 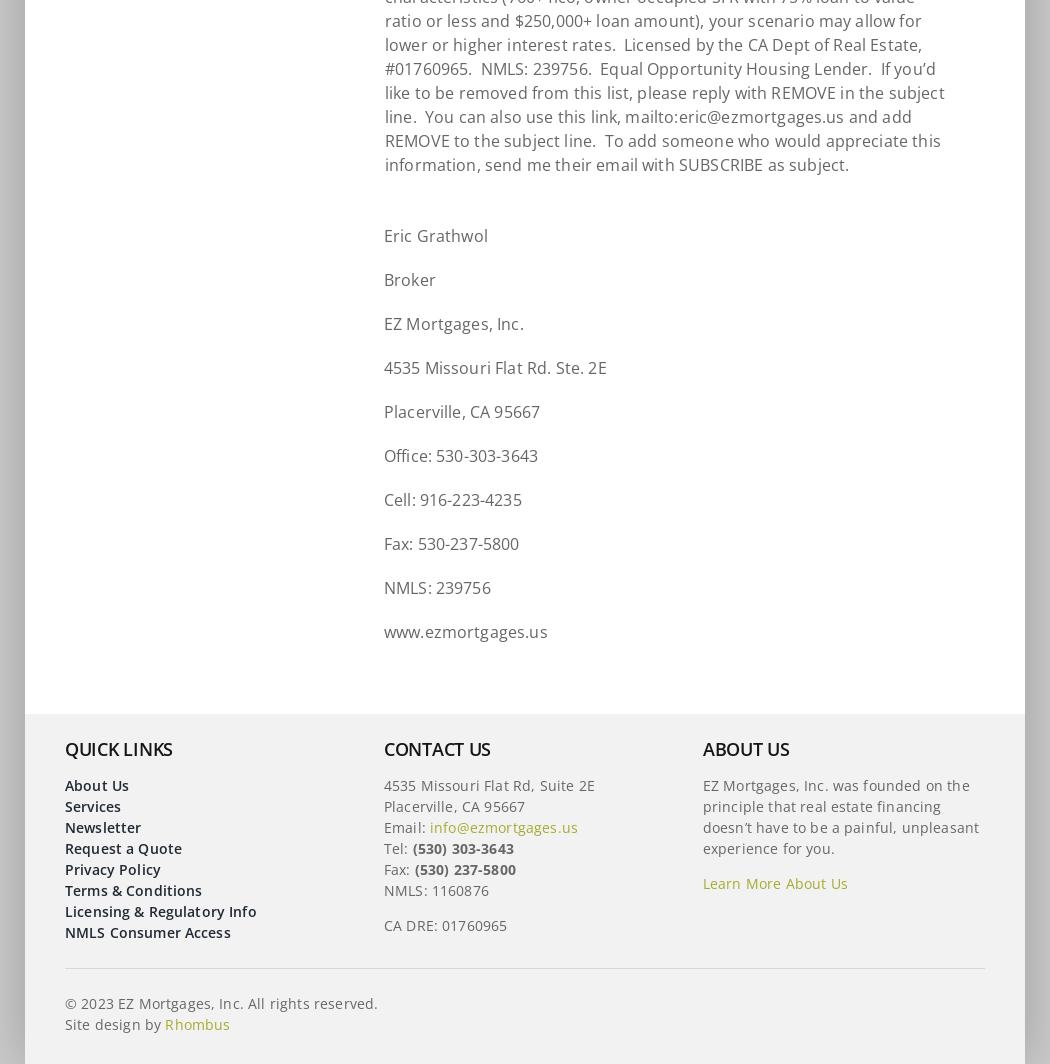 What do you see at coordinates (398, 869) in the screenshot?
I see `'Fax:'` at bounding box center [398, 869].